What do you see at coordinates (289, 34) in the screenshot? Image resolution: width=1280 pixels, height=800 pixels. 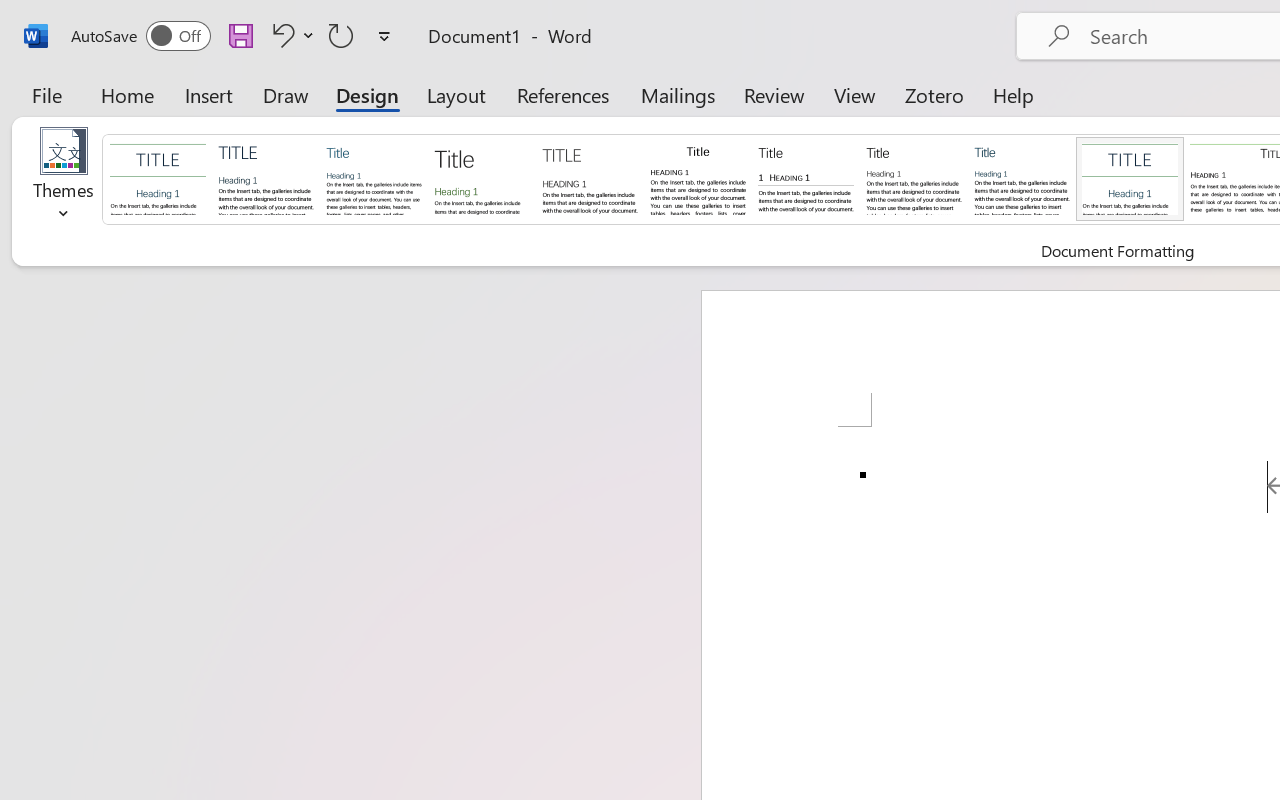 I see `'Undo Apply Quick Style Set'` at bounding box center [289, 34].